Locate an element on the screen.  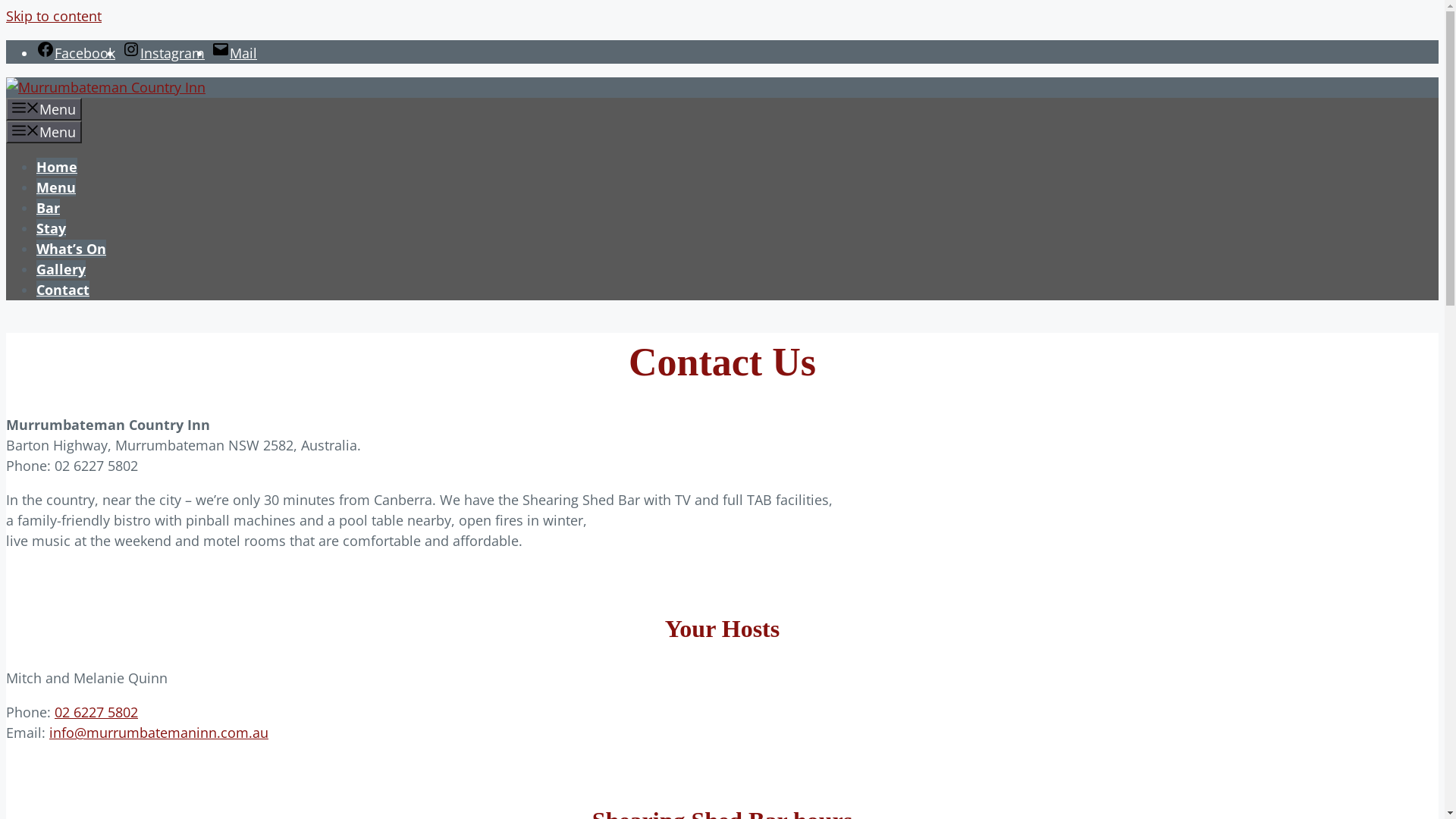
'info@murrumbatemaninn.com.au' is located at coordinates (49, 731).